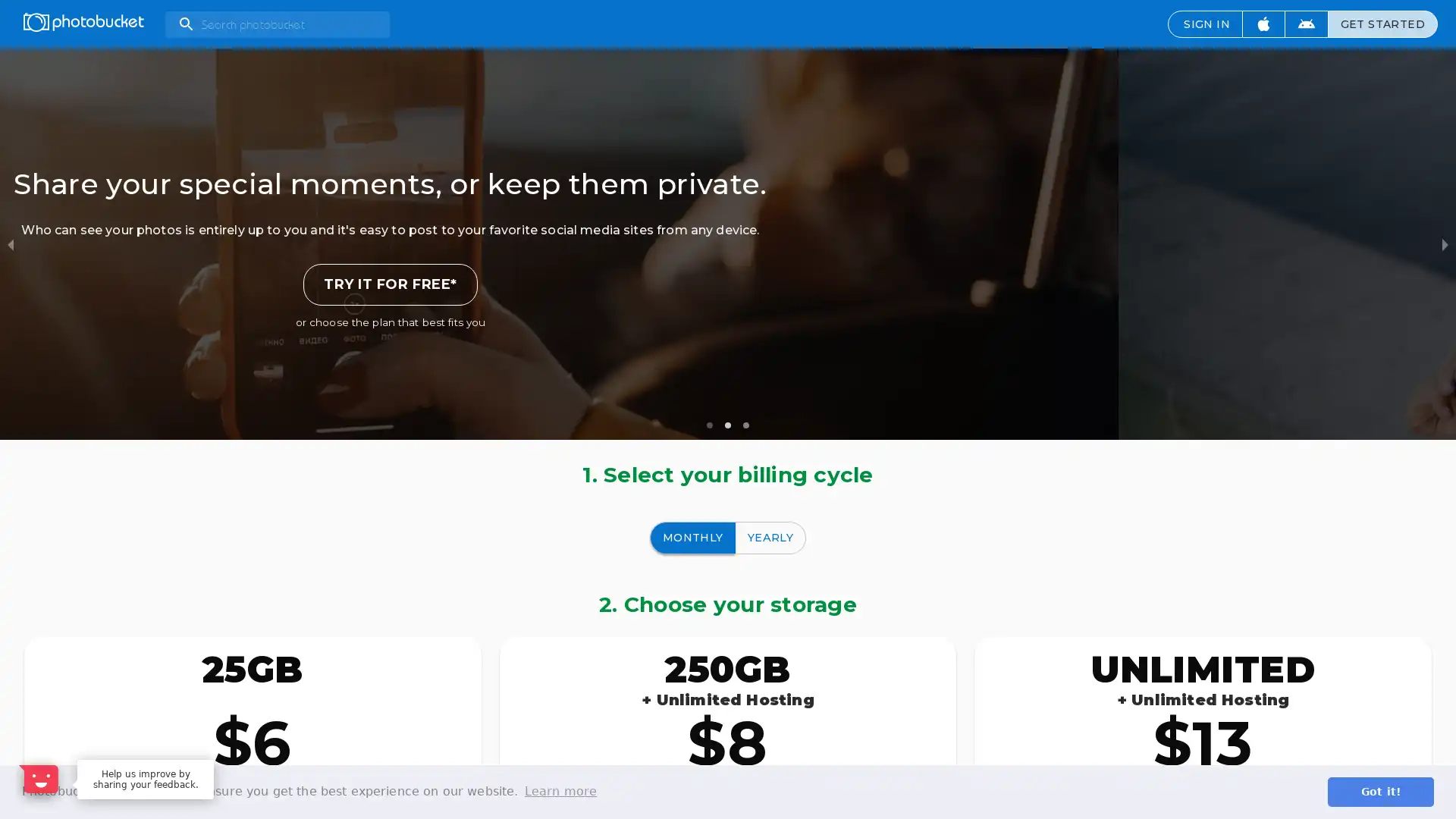  Describe the element at coordinates (1353, 759) in the screenshot. I see `Sure, happy to help` at that location.